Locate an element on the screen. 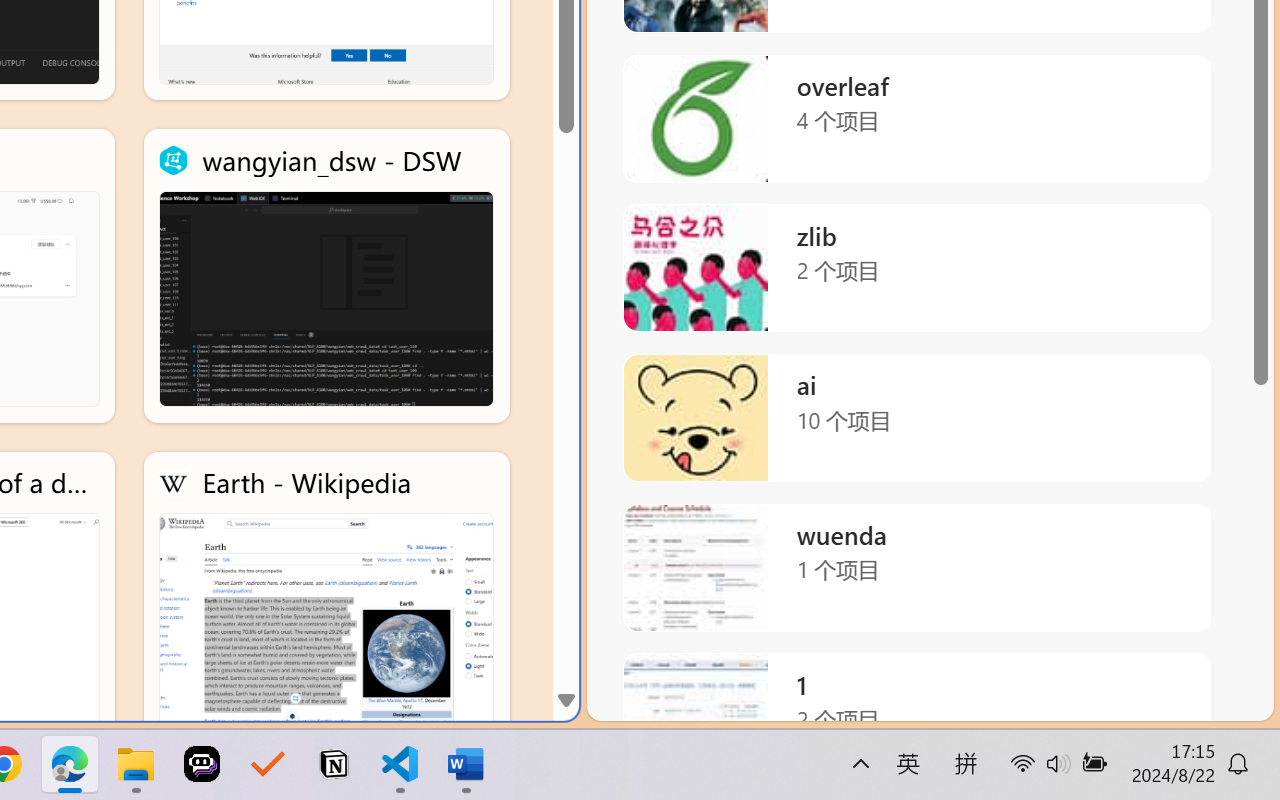 This screenshot has width=1280, height=800. 'Earth - Wikipedia' is located at coordinates (326, 597).